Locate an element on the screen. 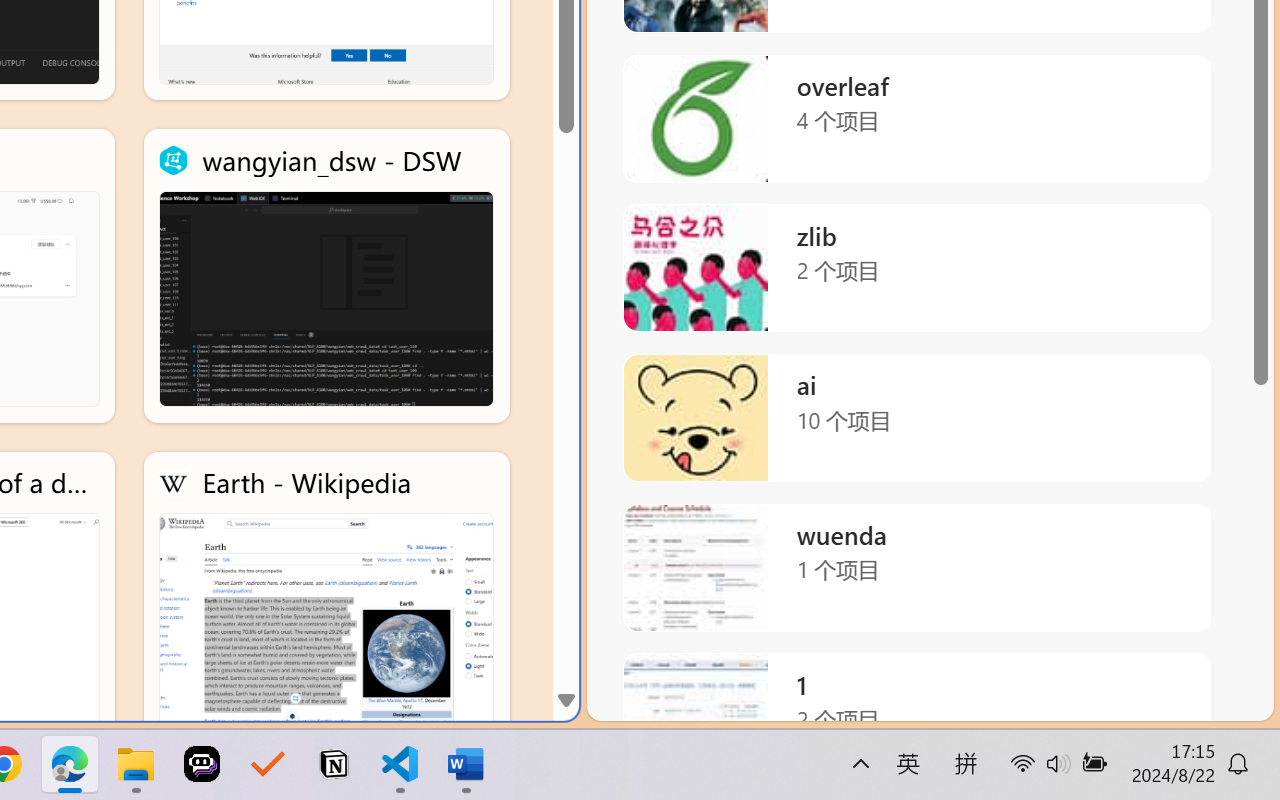 This screenshot has width=1280, height=800. 'Earth - Wikipedia' is located at coordinates (326, 597).